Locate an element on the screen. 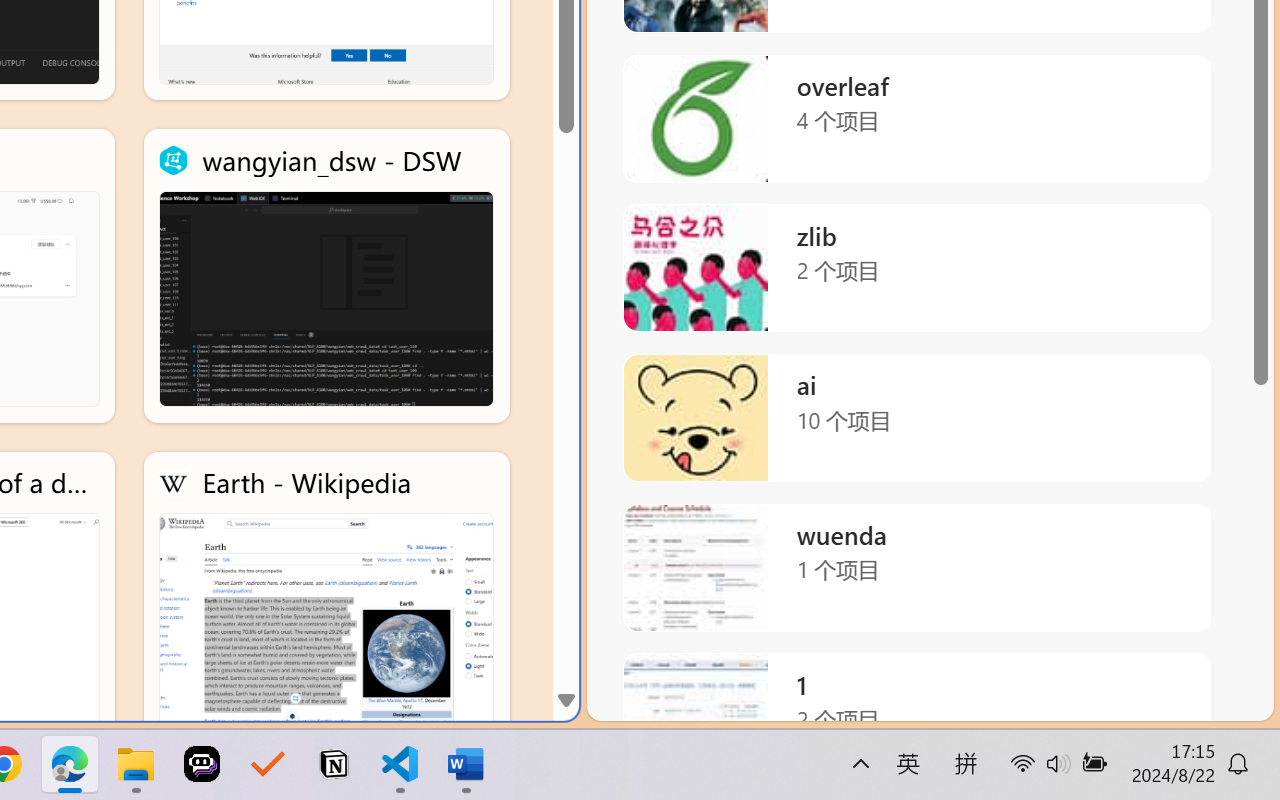 This screenshot has width=1280, height=800. 'Earth - Wikipedia' is located at coordinates (326, 597).